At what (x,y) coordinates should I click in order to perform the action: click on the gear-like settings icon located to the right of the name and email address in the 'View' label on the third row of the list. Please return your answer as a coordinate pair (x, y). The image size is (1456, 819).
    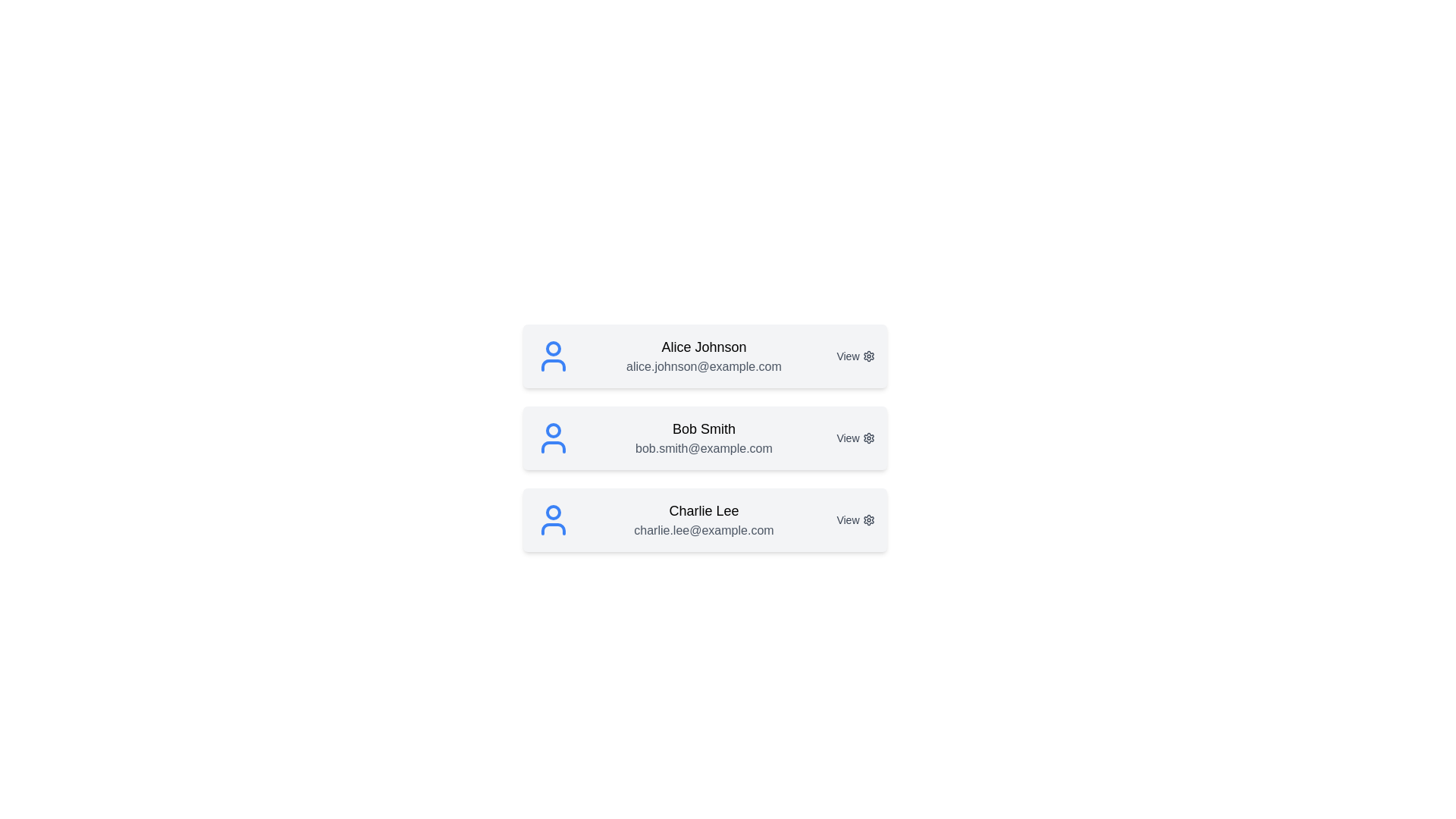
    Looking at the image, I should click on (868, 519).